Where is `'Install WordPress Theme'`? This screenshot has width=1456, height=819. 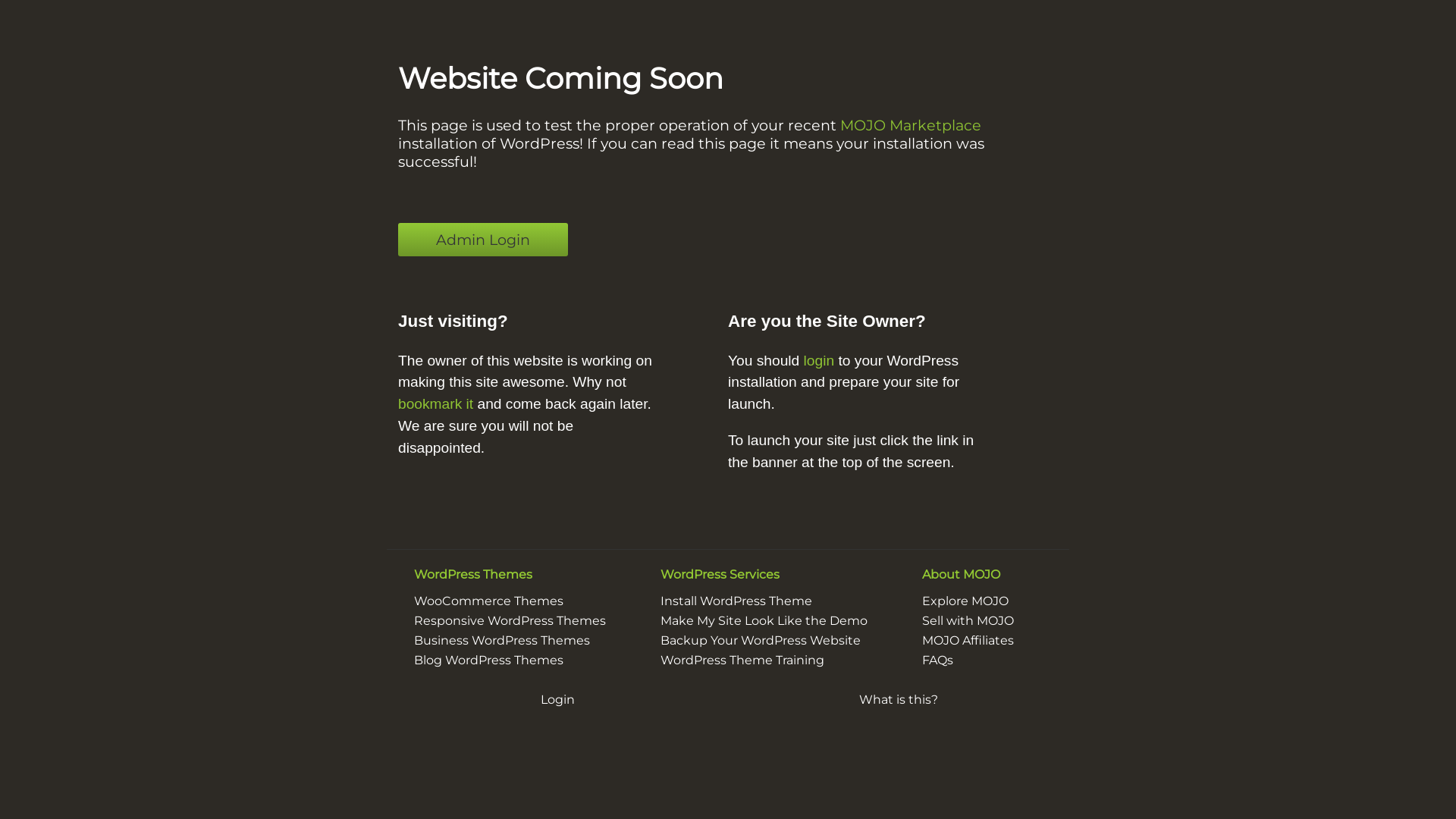 'Install WordPress Theme' is located at coordinates (736, 600).